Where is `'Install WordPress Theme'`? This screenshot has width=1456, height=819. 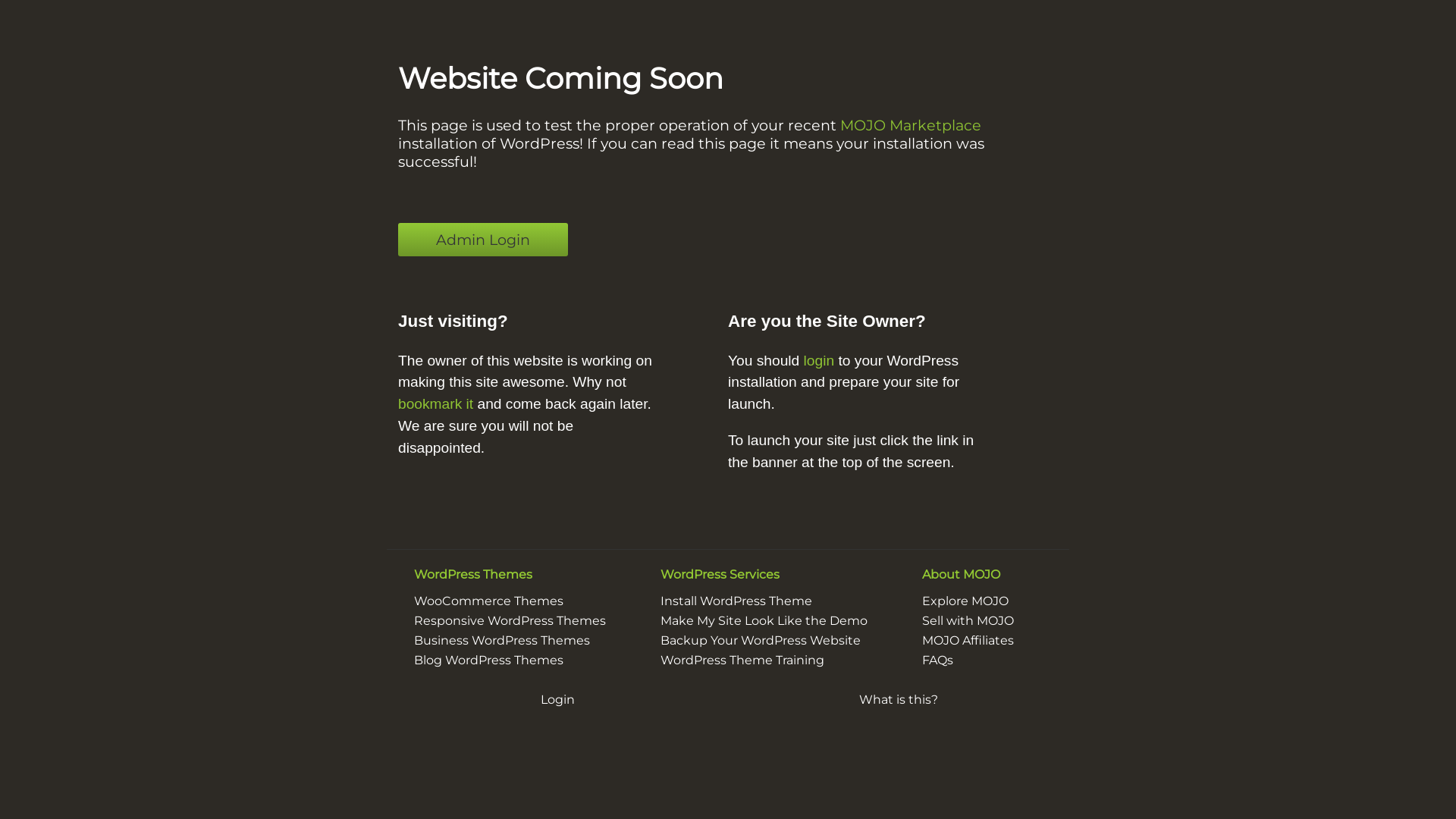 'Install WordPress Theme' is located at coordinates (736, 600).